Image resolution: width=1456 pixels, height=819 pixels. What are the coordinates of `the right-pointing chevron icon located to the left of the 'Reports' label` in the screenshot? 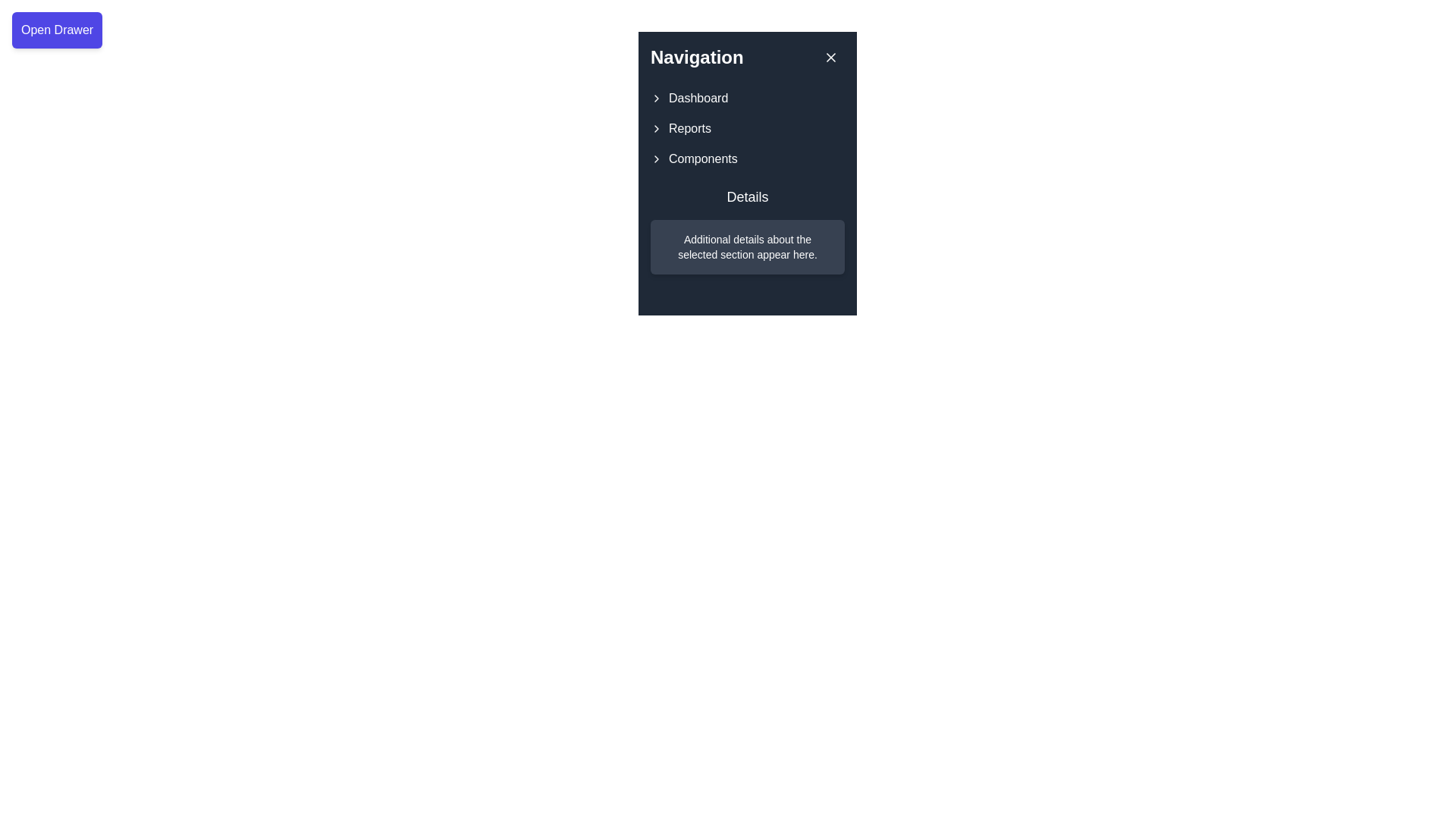 It's located at (656, 127).